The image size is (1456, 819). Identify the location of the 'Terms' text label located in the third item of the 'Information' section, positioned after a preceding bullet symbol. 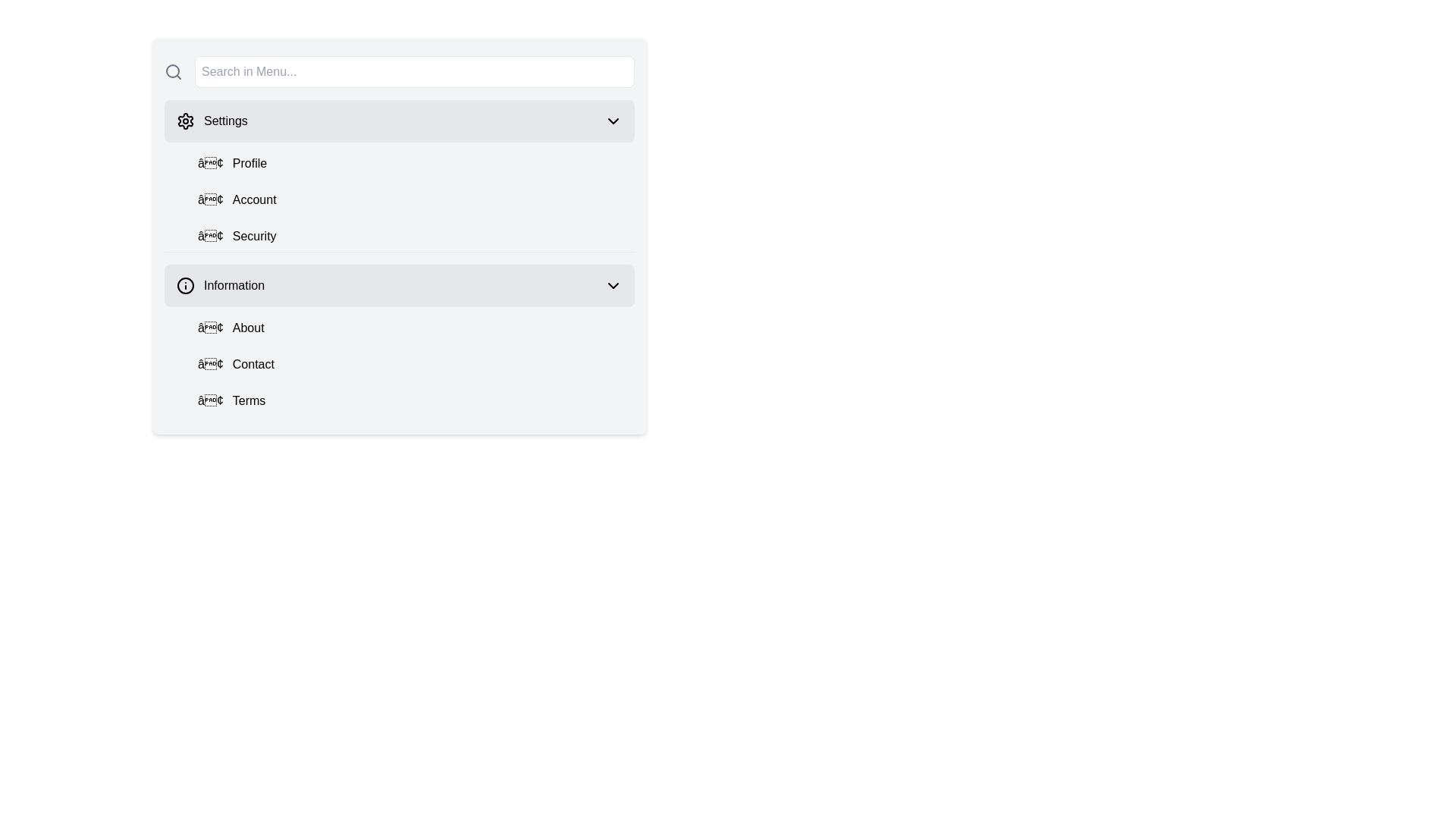
(249, 400).